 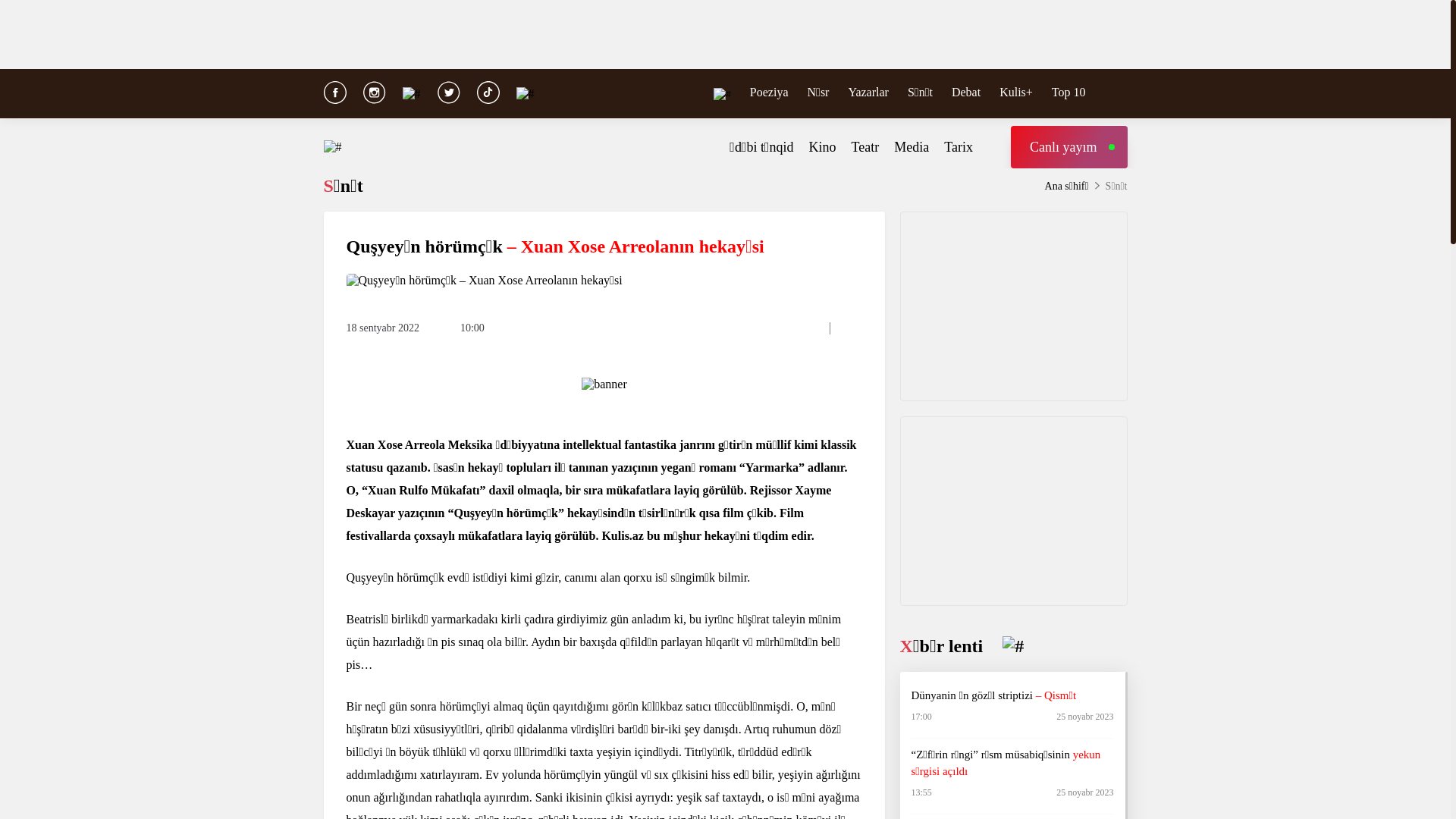 I want to click on 'Tarix', so click(x=957, y=147).